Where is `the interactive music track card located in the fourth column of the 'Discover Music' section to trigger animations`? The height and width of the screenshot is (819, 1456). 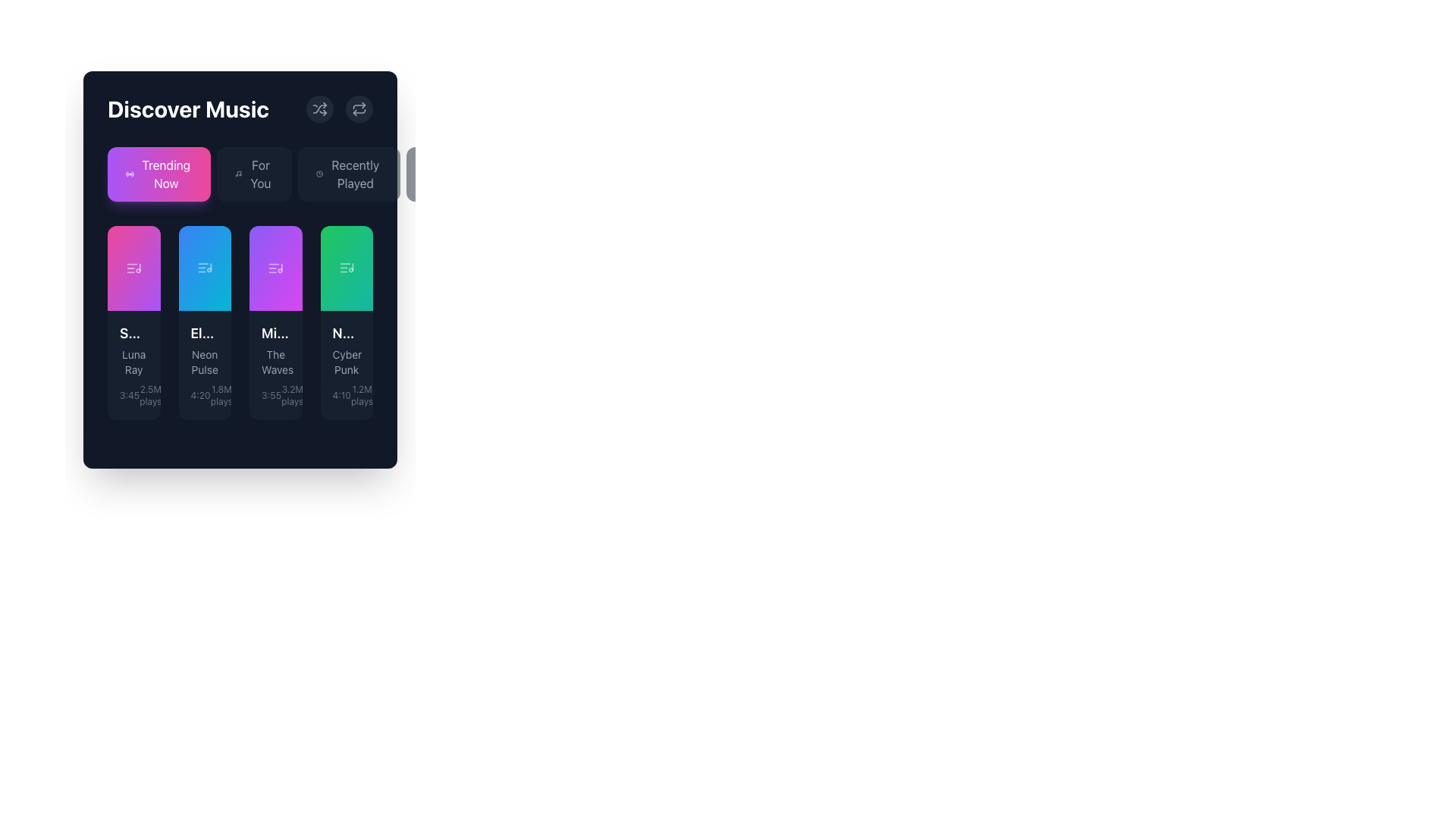 the interactive music track card located in the fourth column of the 'Discover Music' section to trigger animations is located at coordinates (346, 322).